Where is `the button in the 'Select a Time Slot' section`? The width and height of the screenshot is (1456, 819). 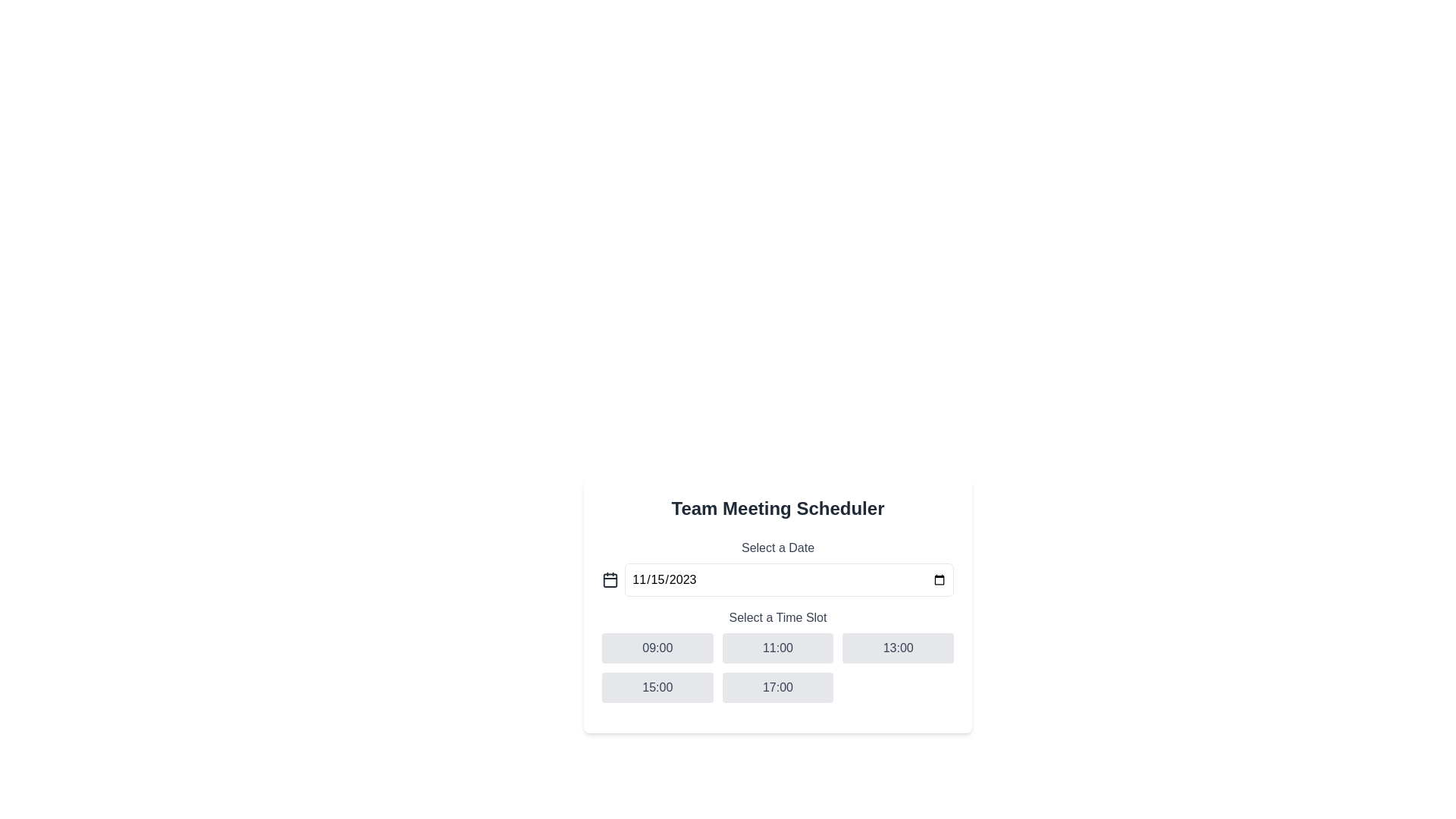
the button in the 'Select a Time Slot' section is located at coordinates (657, 687).